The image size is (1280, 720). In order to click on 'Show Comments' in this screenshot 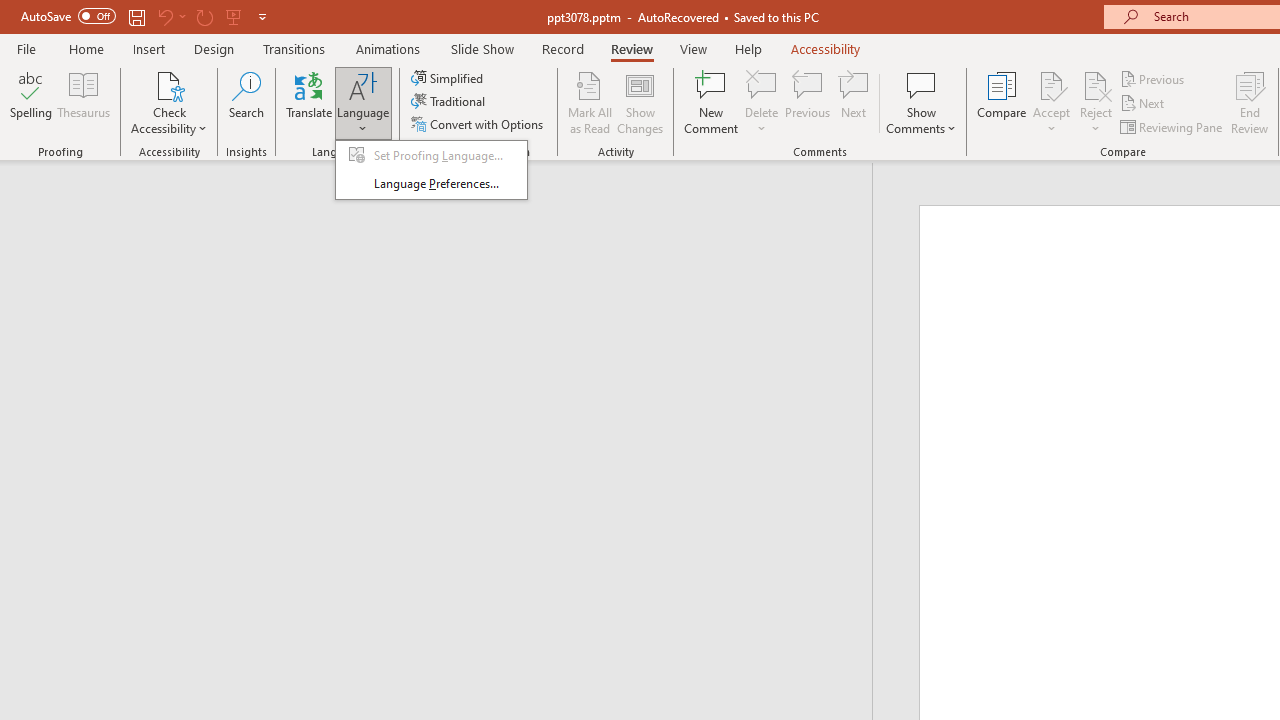, I will do `click(920, 84)`.